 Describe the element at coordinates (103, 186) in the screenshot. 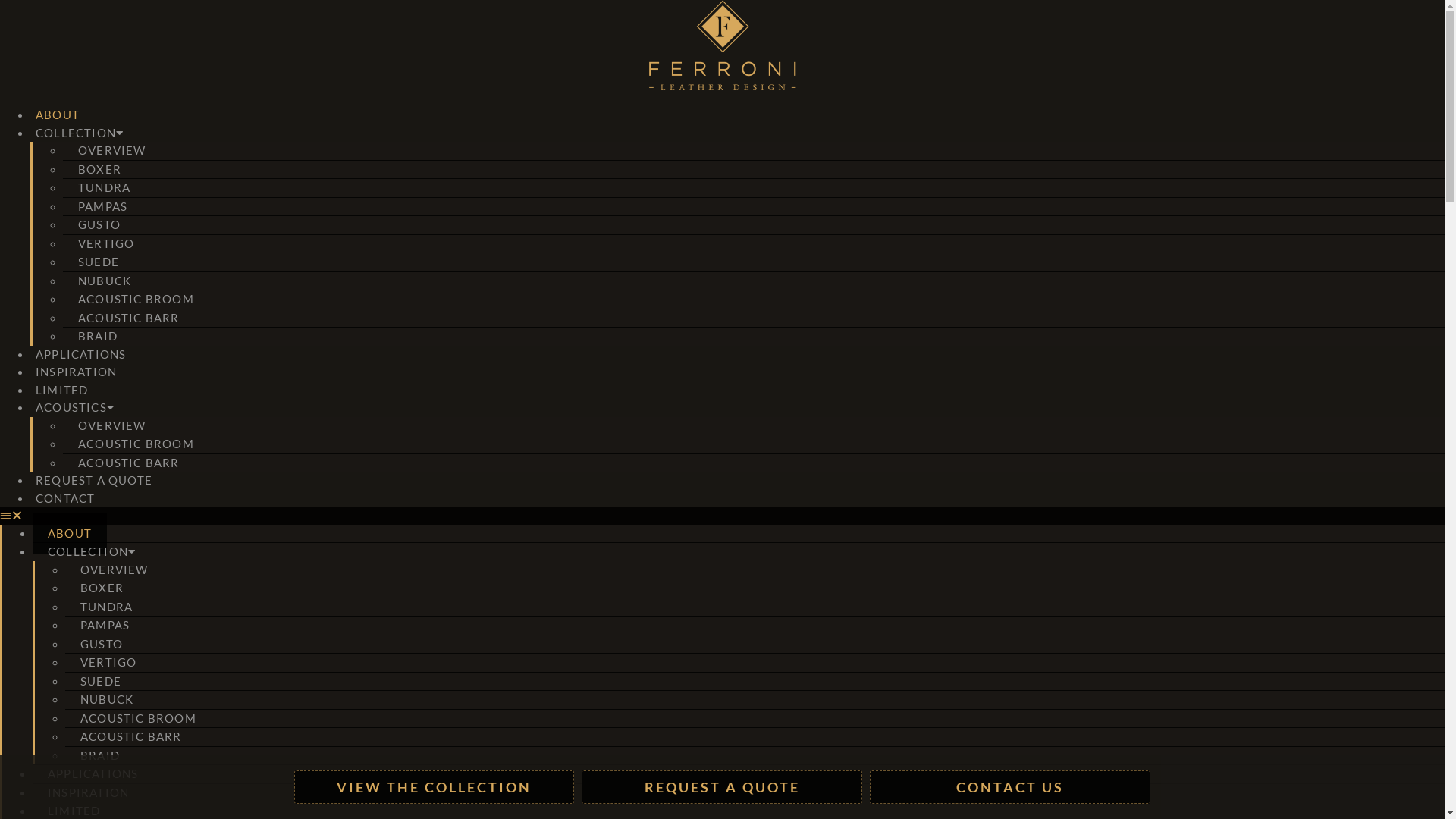

I see `'TUNDRA'` at that location.